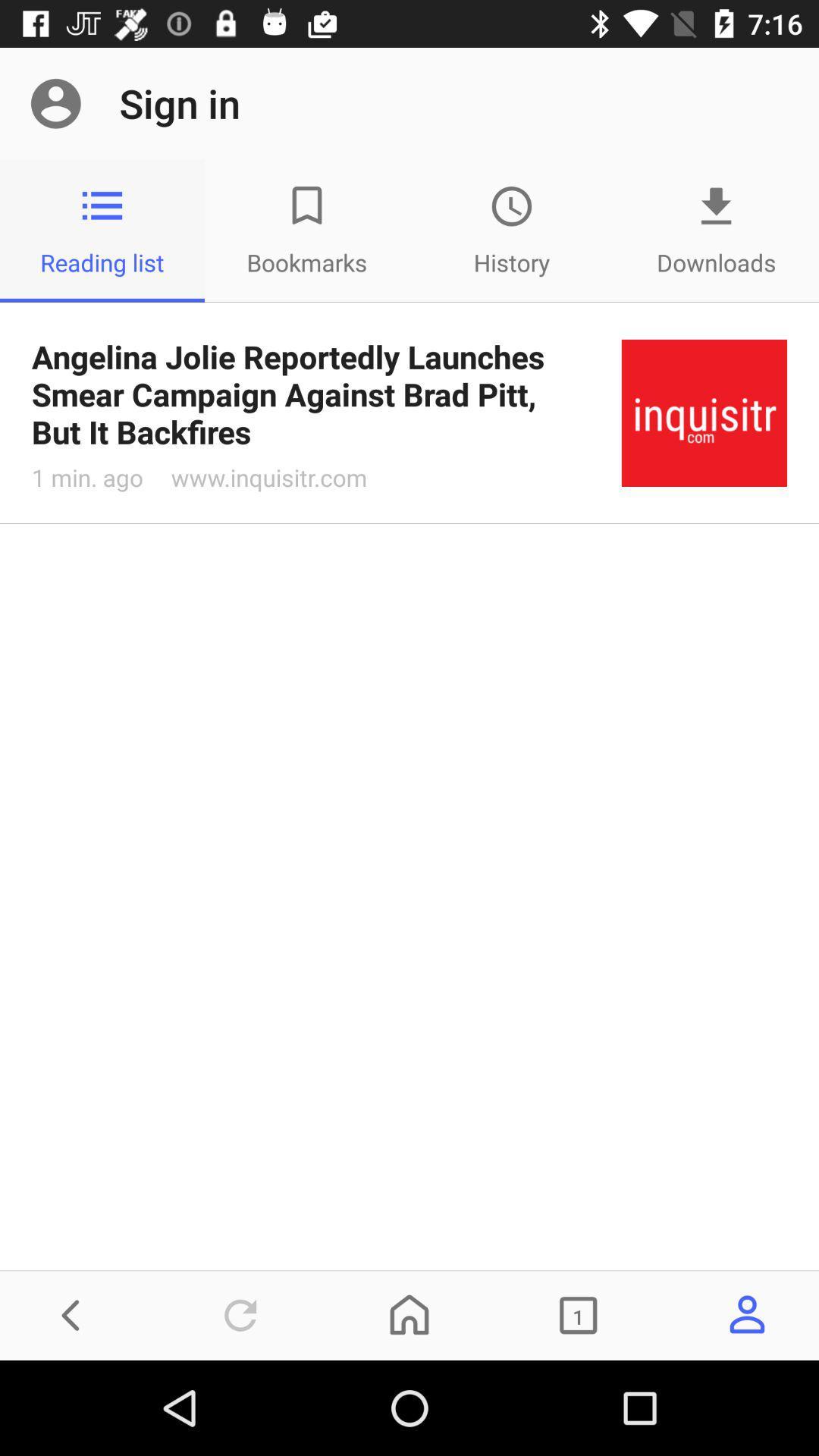 The height and width of the screenshot is (1456, 819). I want to click on app to the left of the sign in item, so click(55, 102).